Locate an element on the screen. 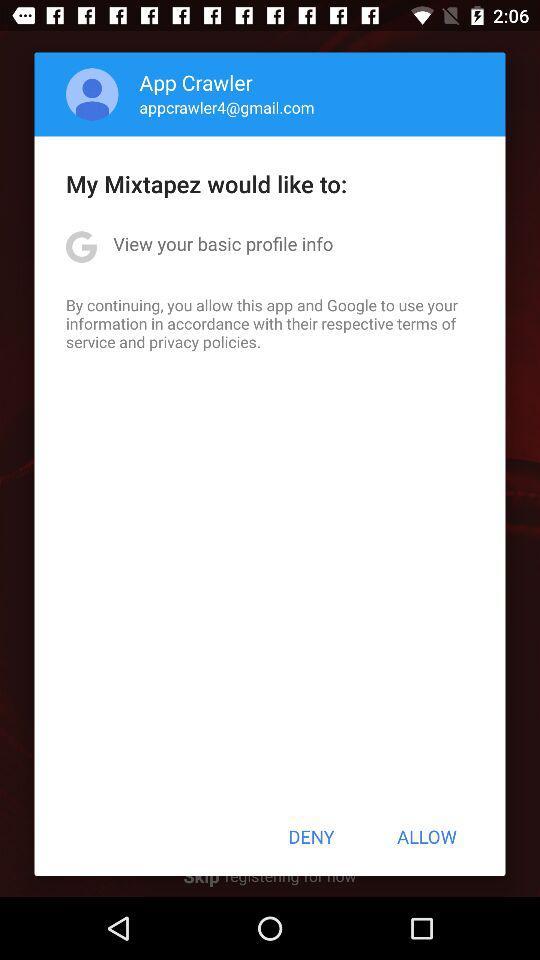  app crawler icon is located at coordinates (196, 82).